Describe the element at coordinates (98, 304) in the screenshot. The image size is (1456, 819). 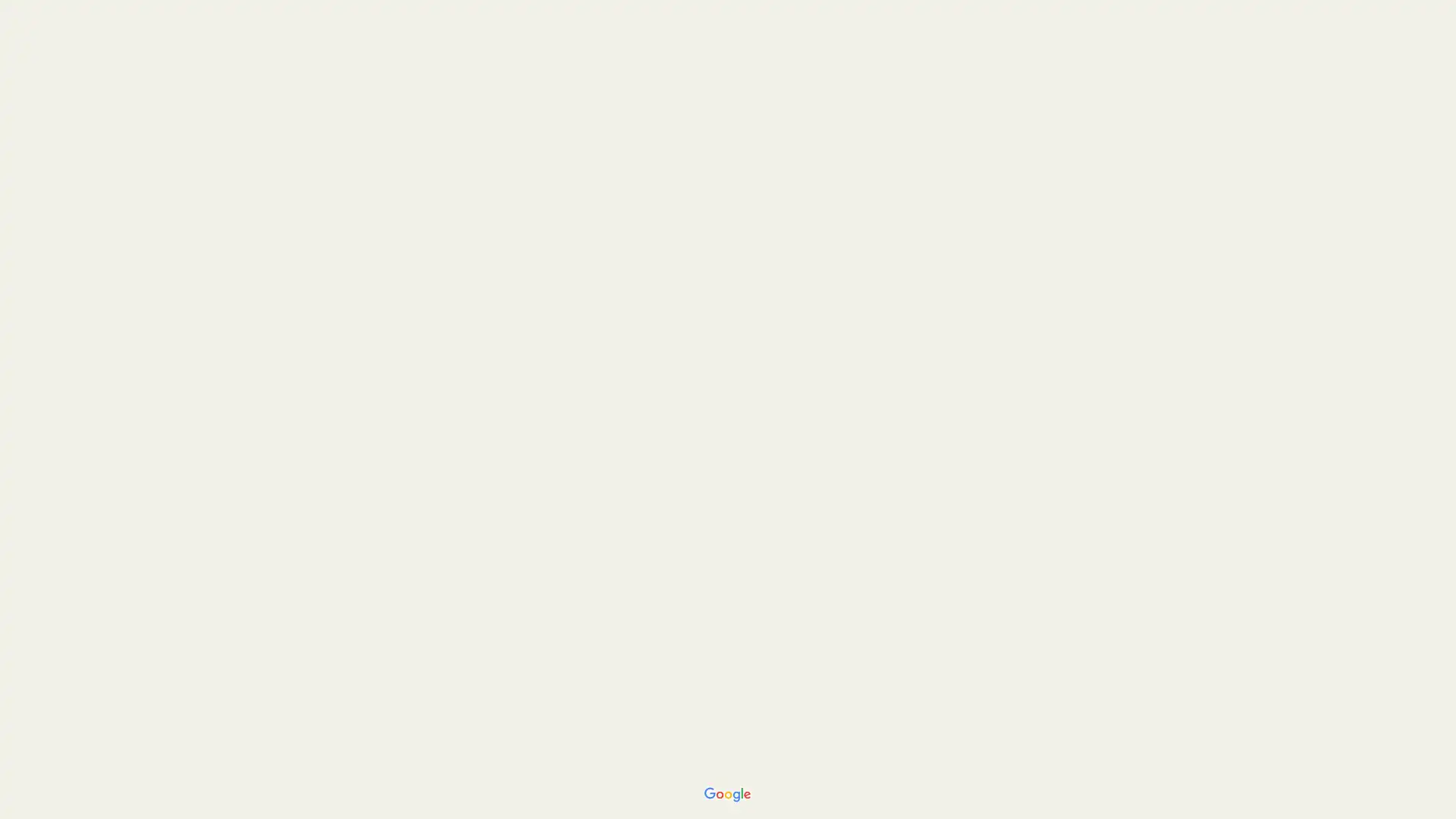
I see `Save Grunberger Str. 65 in your lists` at that location.